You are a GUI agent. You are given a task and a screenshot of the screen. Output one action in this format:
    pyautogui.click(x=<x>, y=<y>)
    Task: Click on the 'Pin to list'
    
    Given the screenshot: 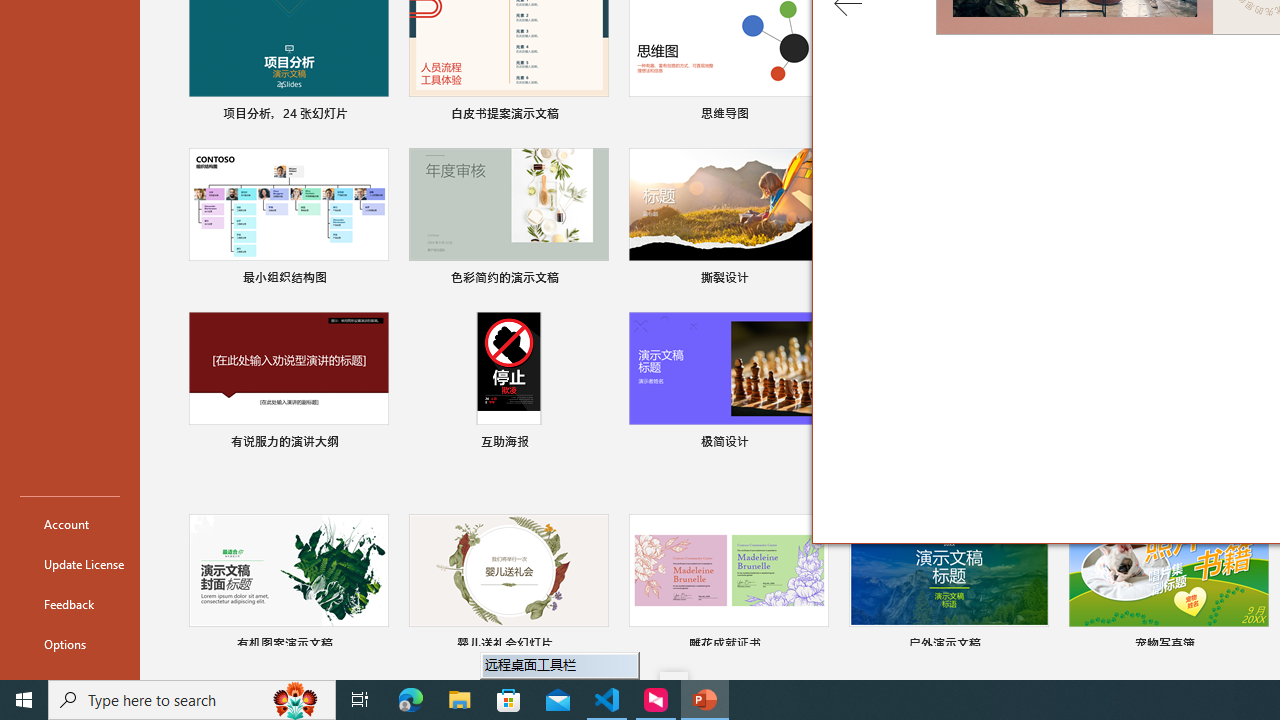 What is the action you would take?
    pyautogui.click(x=1254, y=645)
    